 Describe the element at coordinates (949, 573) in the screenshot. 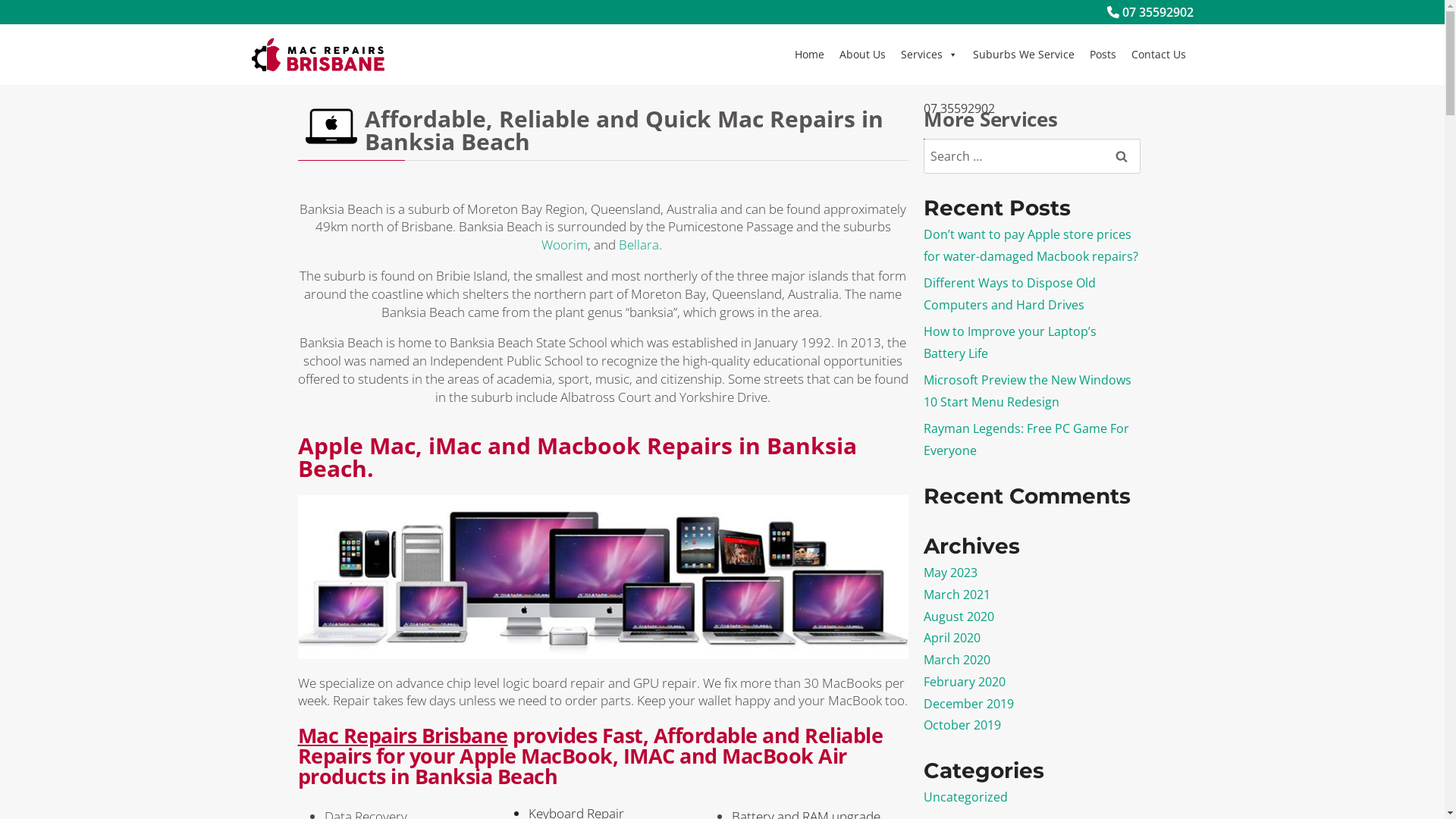

I see `'May 2023'` at that location.